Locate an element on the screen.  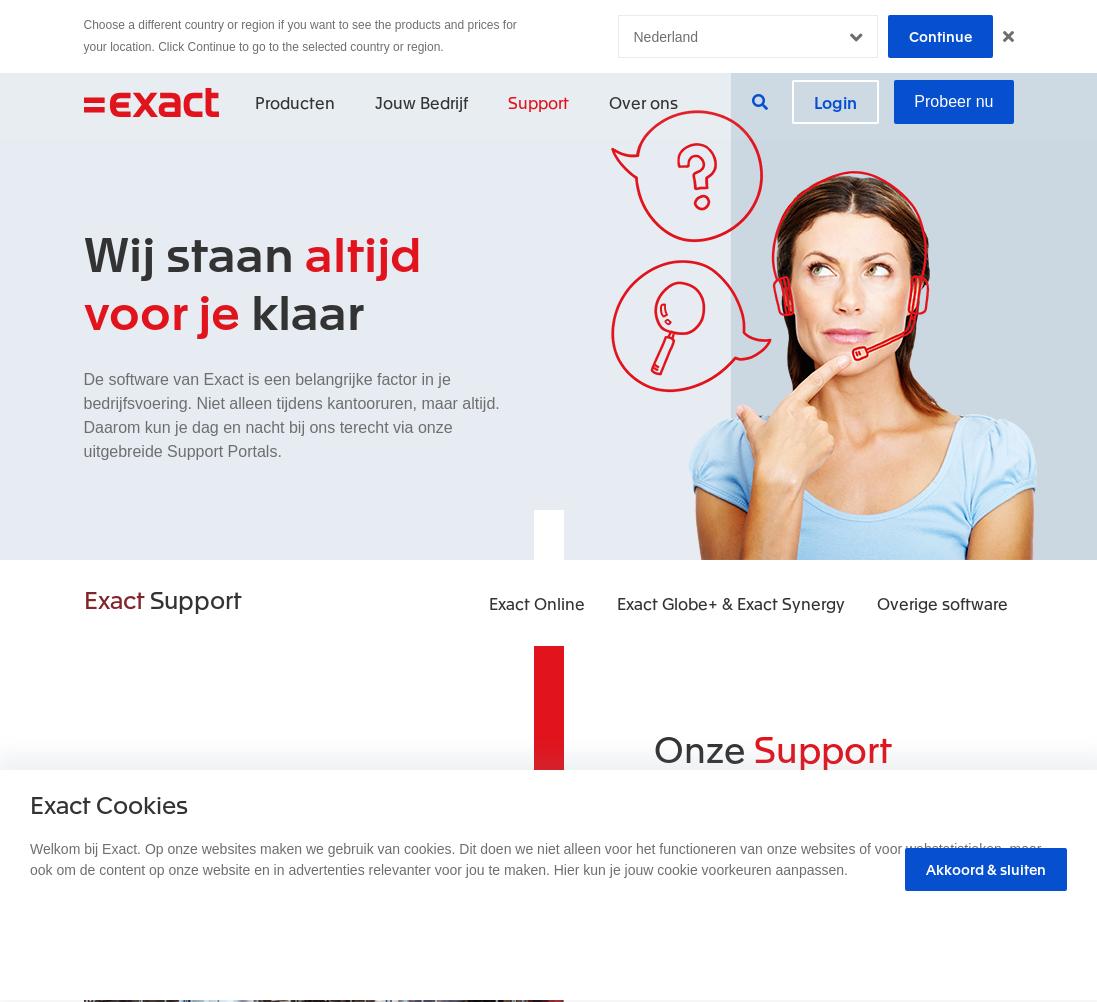
'Exact Online' is located at coordinates (534, 602).